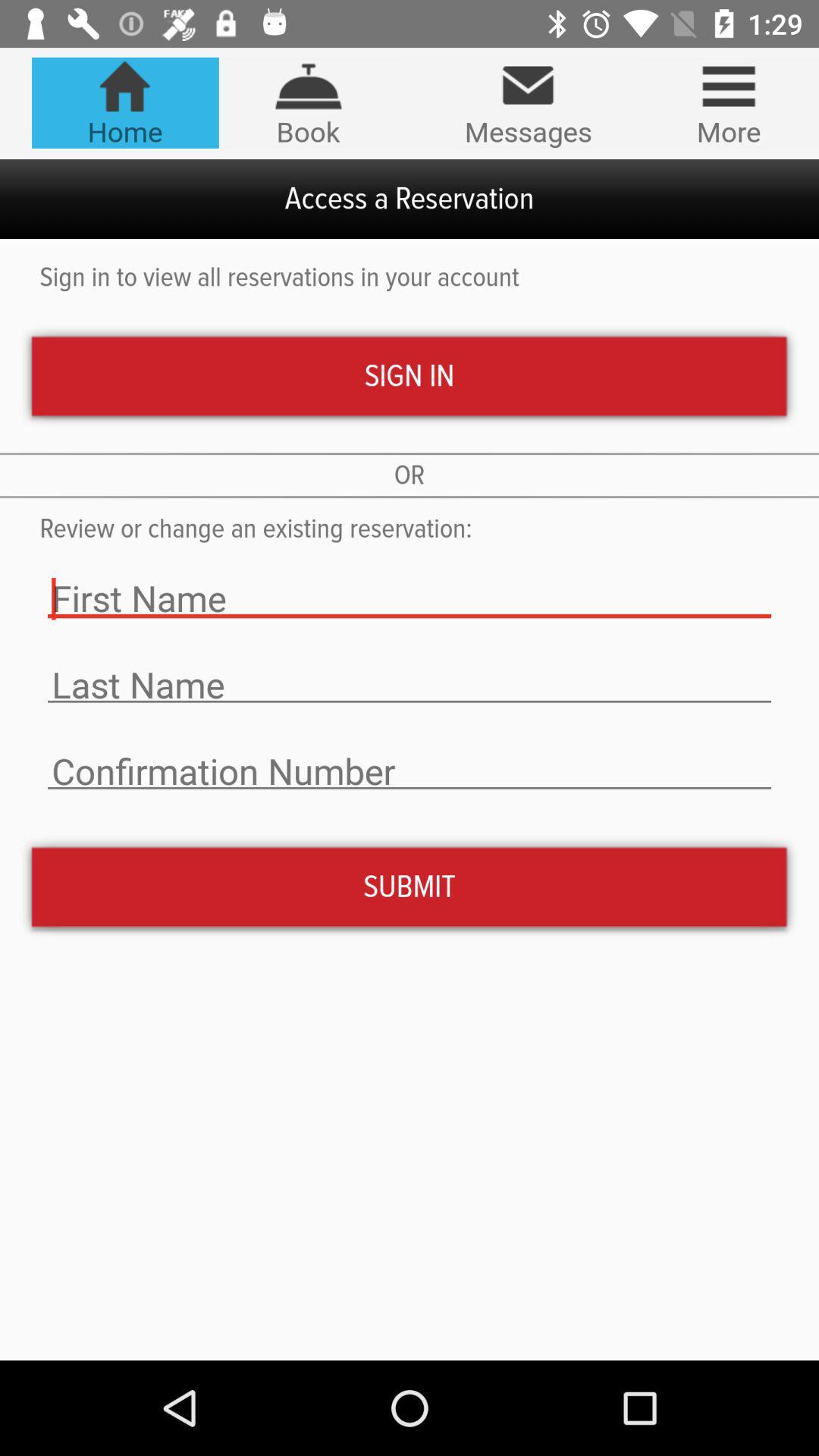 The width and height of the screenshot is (819, 1456). I want to click on the item next to the book icon, so click(124, 102).